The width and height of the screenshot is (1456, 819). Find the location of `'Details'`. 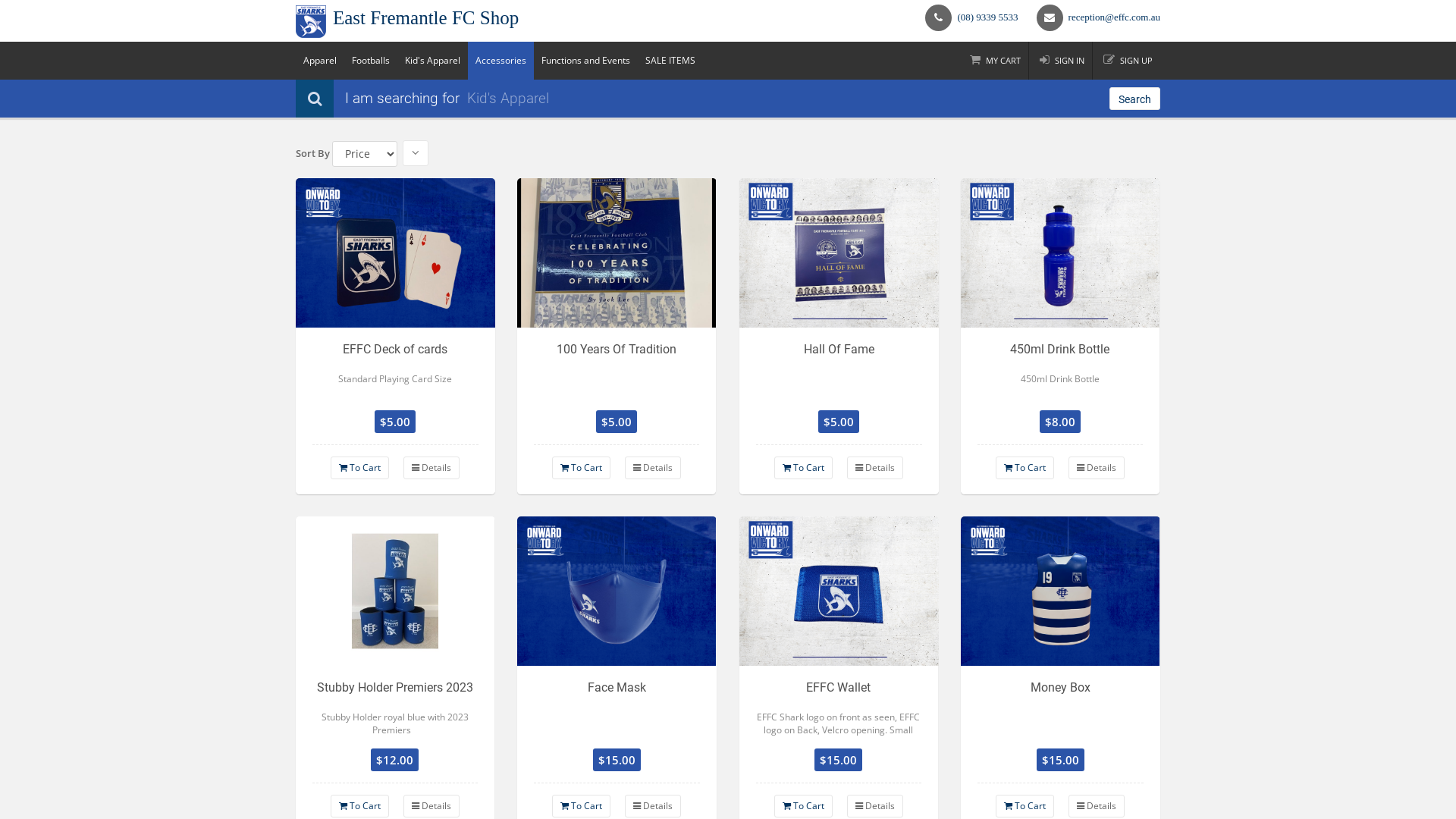

'Details' is located at coordinates (431, 467).